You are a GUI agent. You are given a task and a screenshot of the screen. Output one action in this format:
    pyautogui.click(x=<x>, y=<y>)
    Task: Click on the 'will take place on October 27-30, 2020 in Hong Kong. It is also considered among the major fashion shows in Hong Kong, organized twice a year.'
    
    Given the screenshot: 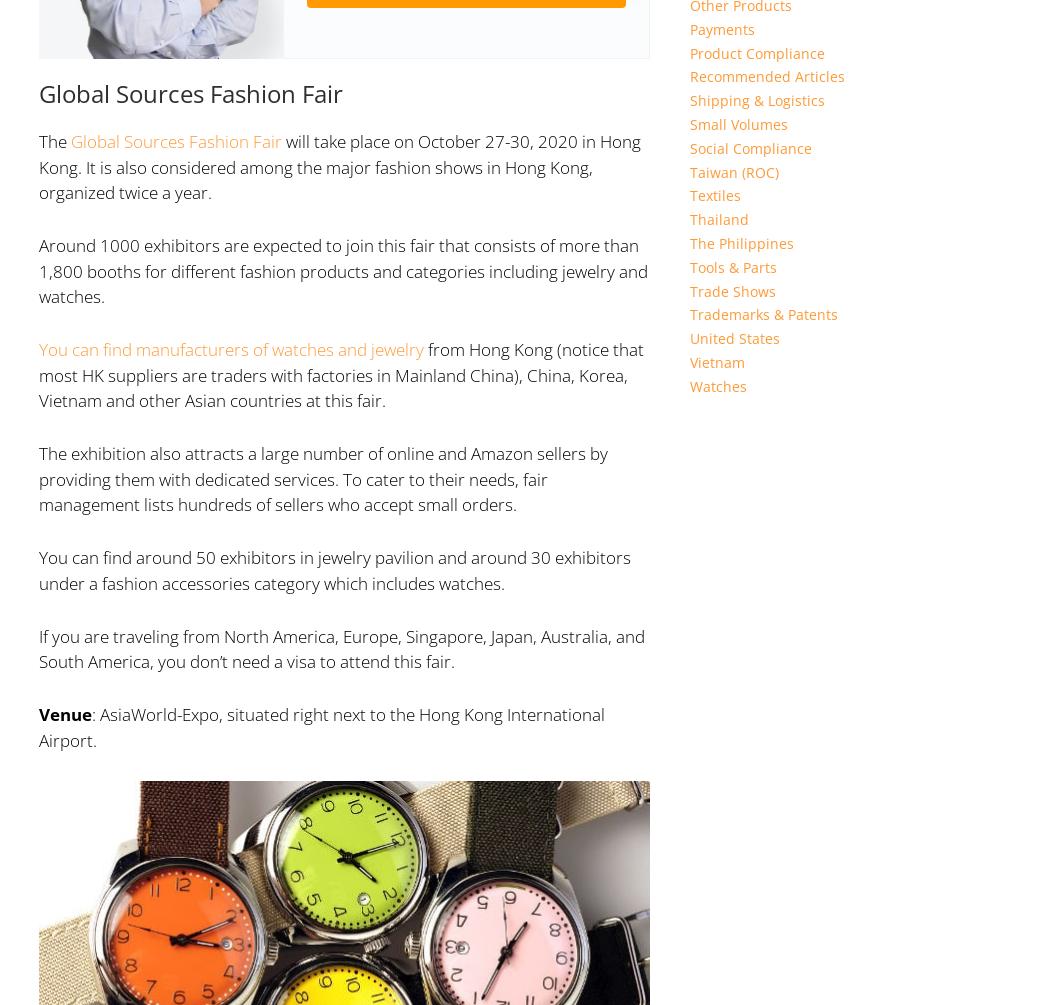 What is the action you would take?
    pyautogui.click(x=338, y=167)
    